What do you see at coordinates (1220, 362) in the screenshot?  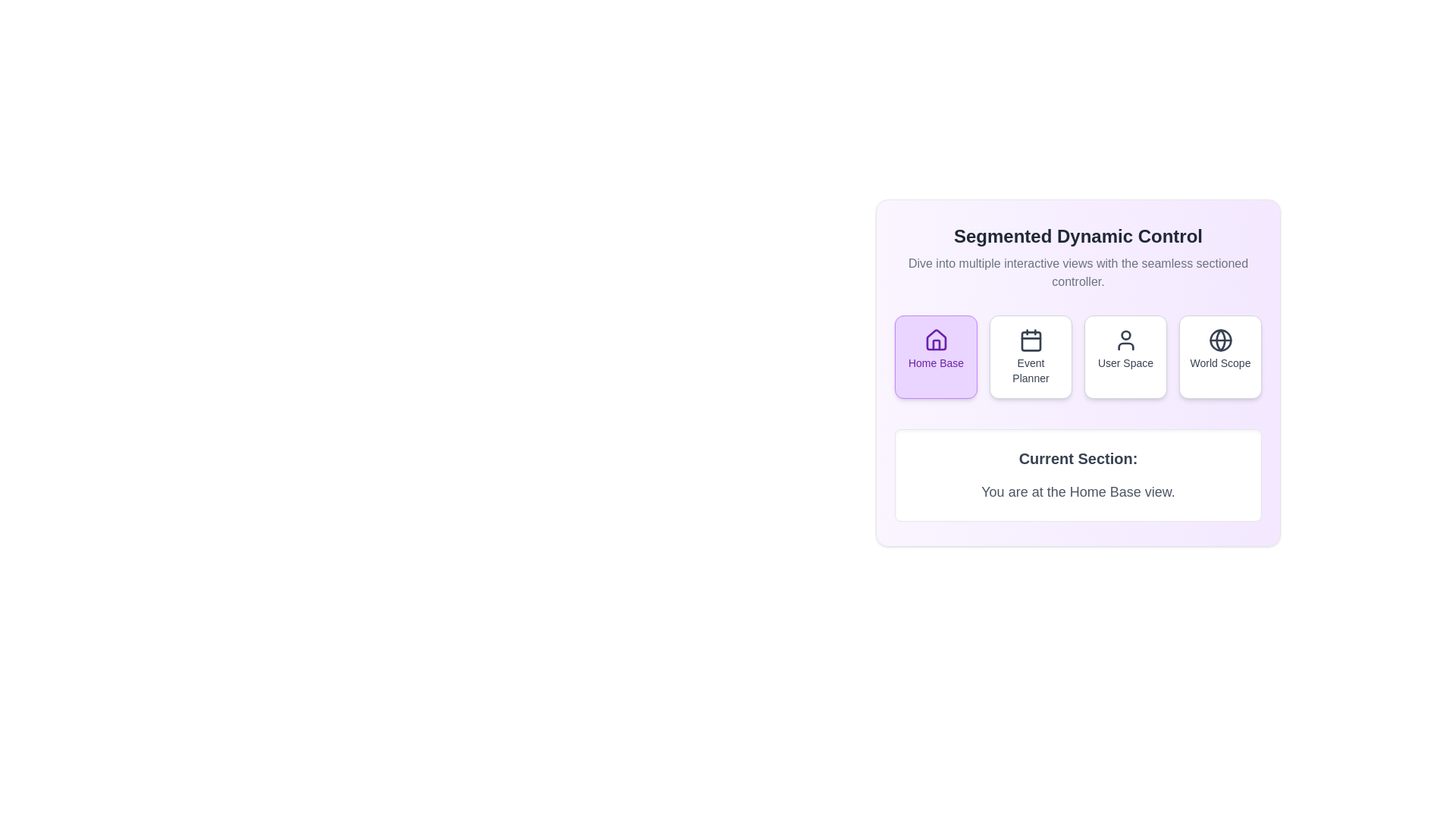 I see `the descriptive text label located in the top right of its button group, positioned below a globe icon` at bounding box center [1220, 362].